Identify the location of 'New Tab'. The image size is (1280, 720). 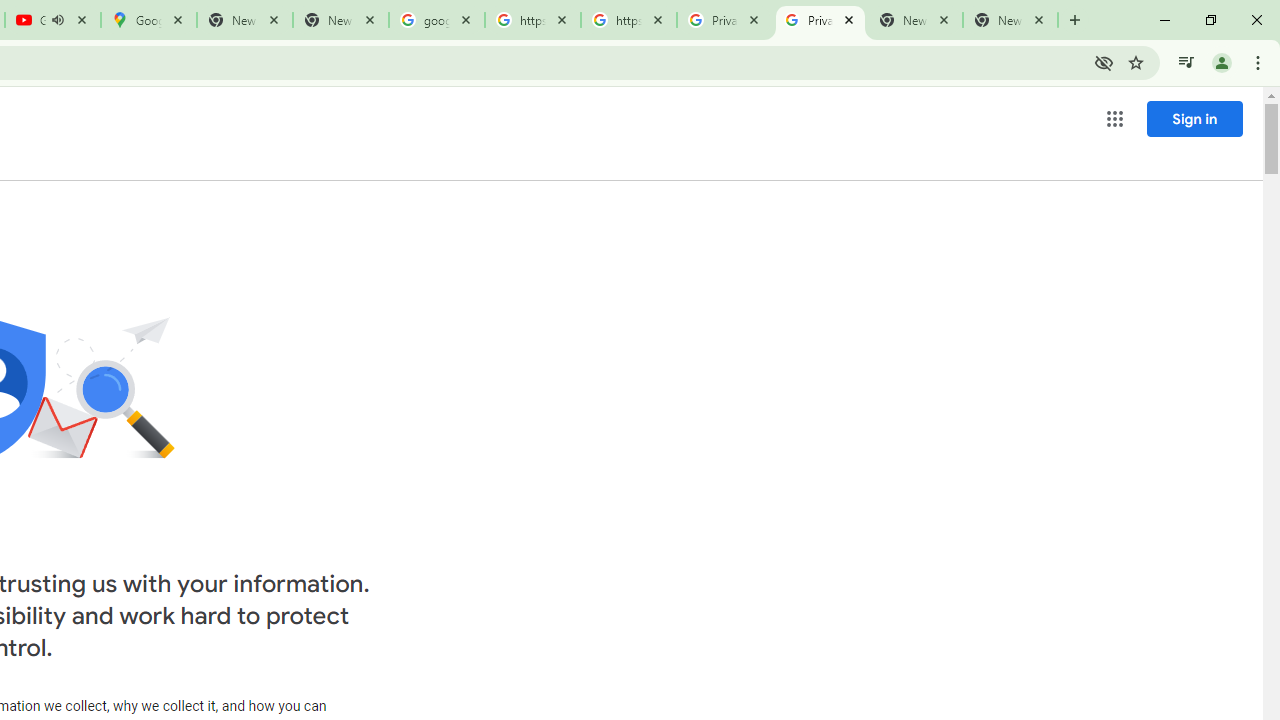
(1010, 20).